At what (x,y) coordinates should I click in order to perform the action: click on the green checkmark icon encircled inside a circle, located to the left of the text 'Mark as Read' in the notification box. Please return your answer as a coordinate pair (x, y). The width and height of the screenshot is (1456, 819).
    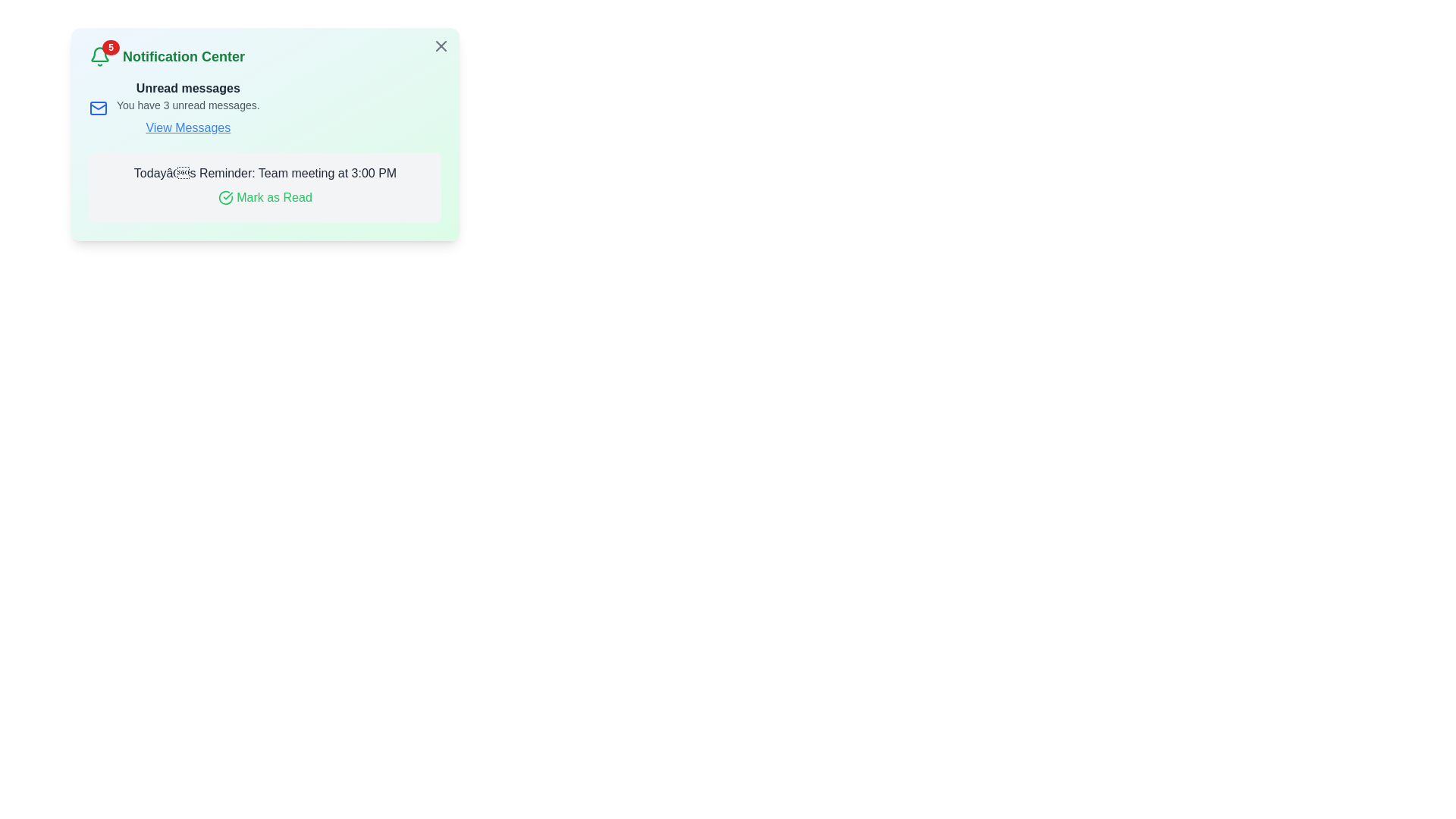
    Looking at the image, I should click on (224, 197).